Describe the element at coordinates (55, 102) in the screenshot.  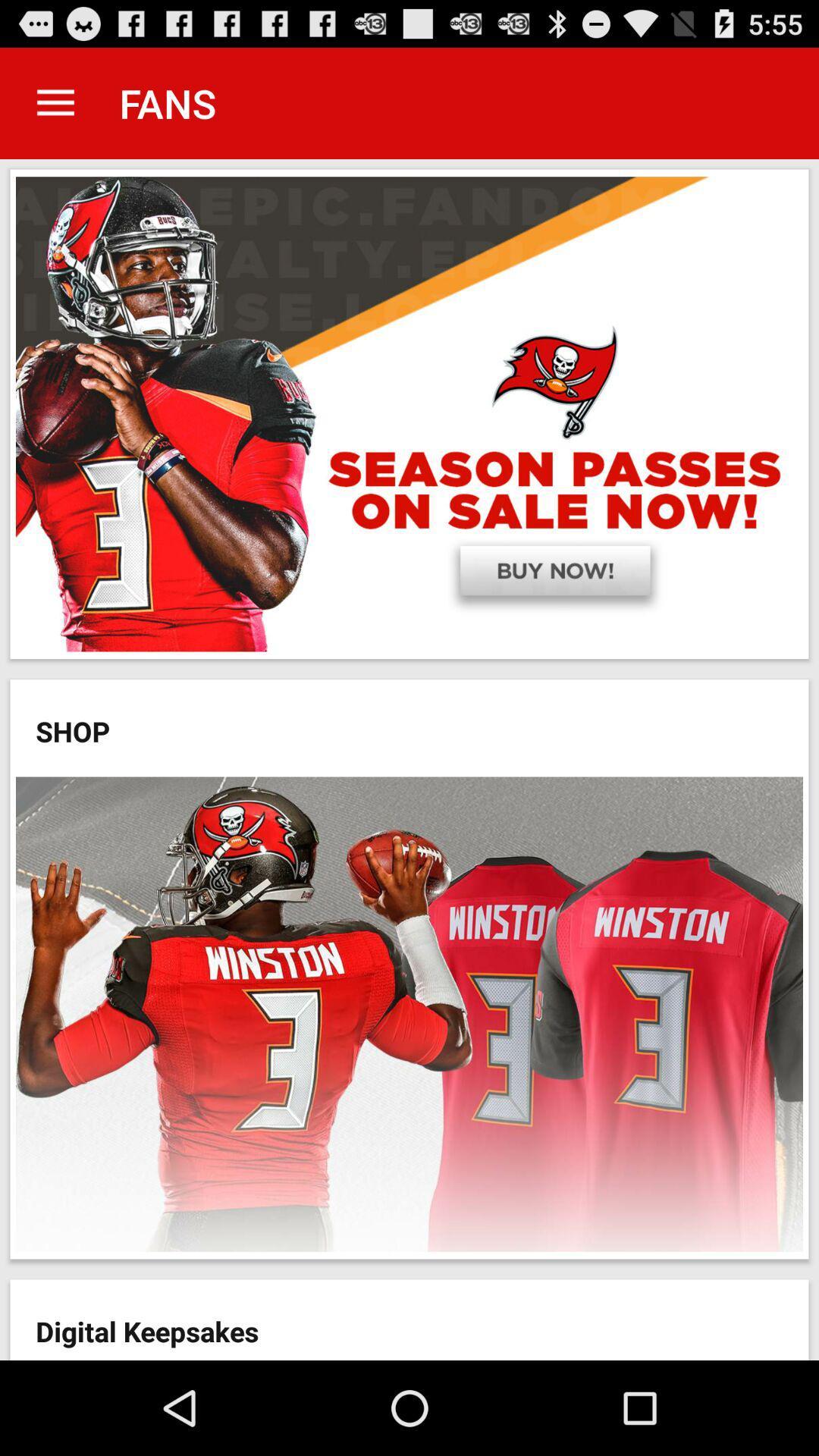
I see `the icon next to fans app` at that location.